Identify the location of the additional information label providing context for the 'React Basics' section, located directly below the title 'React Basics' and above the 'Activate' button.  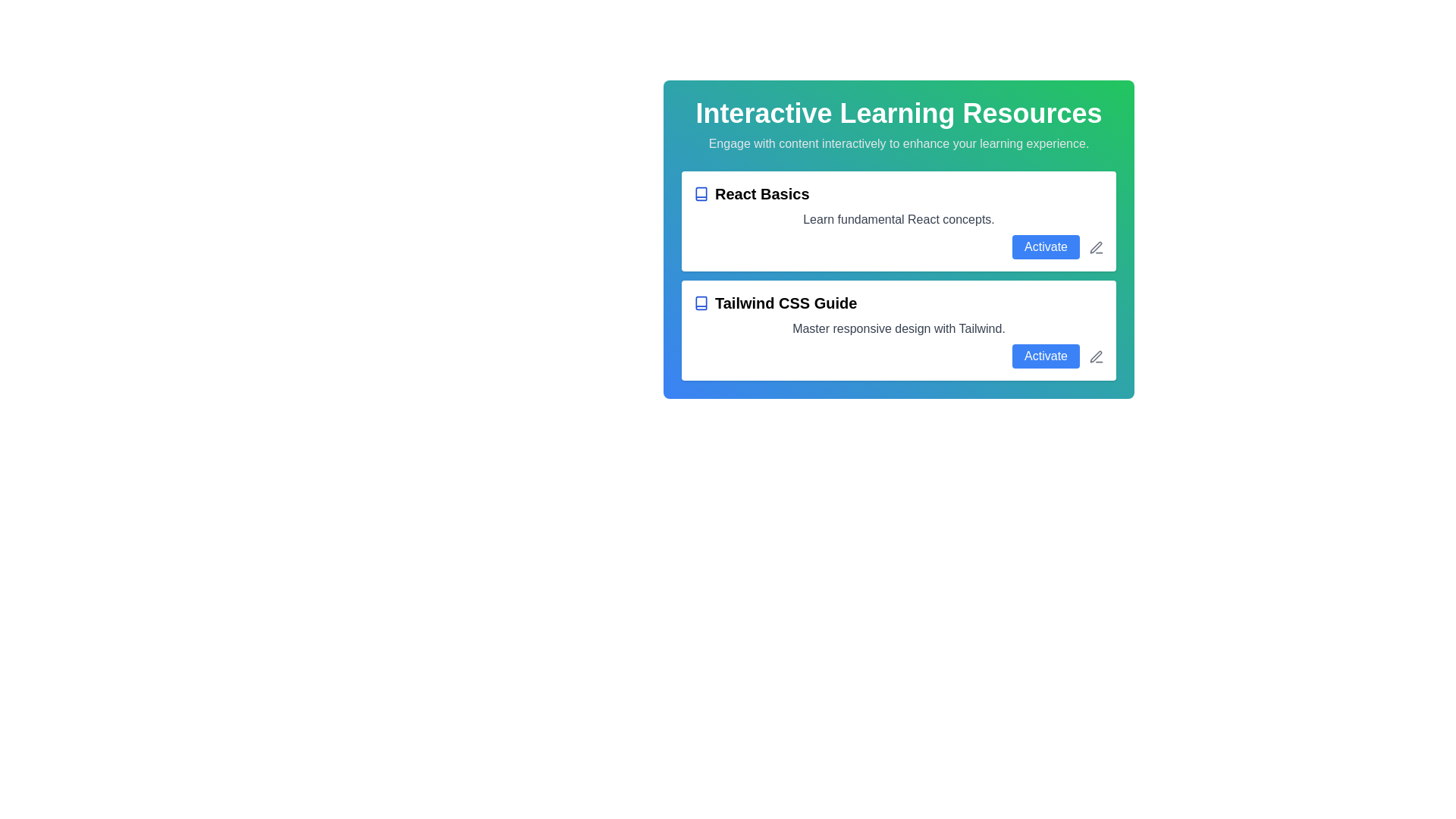
(899, 219).